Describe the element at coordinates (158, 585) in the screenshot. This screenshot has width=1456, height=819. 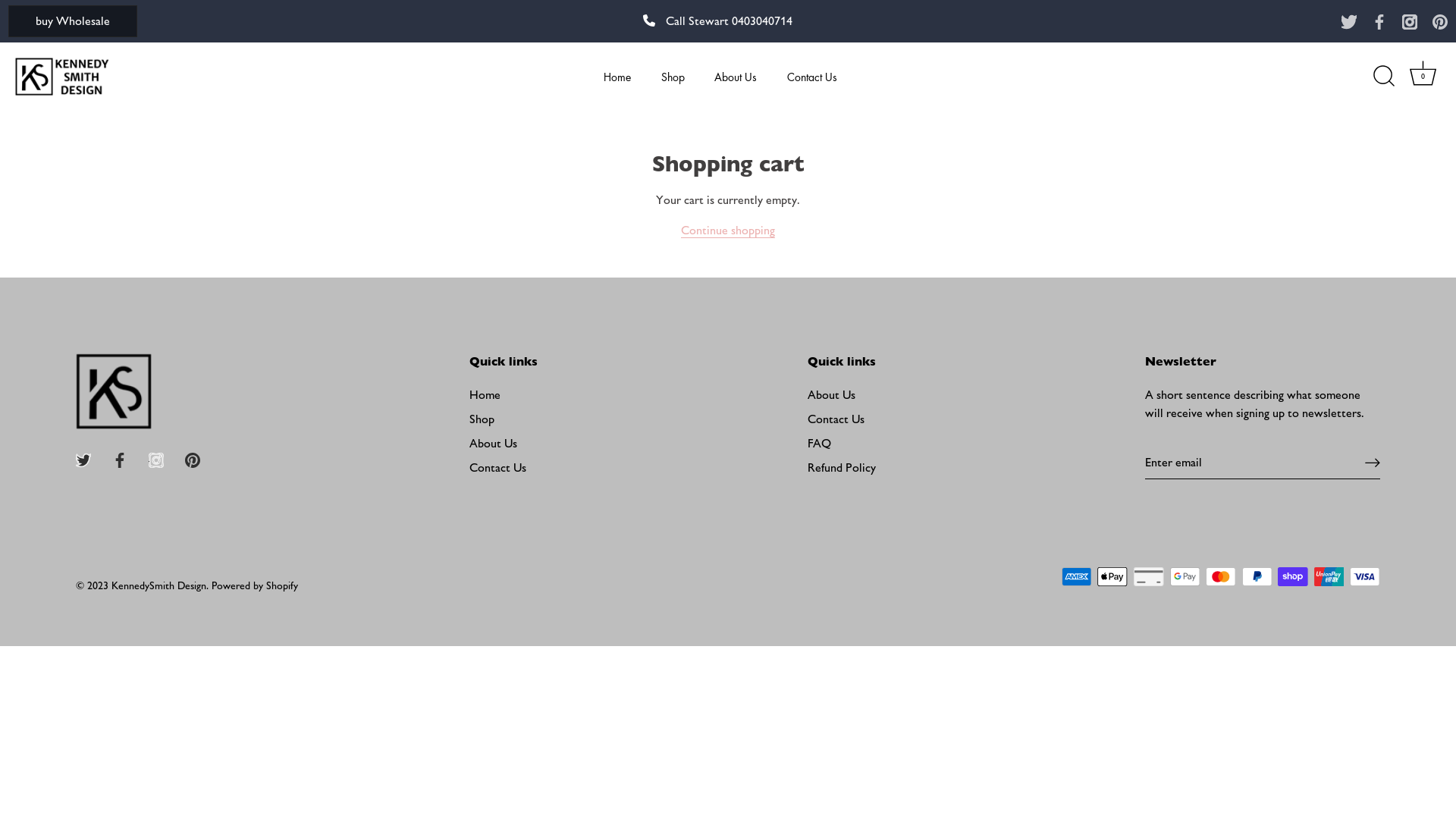
I see `'KennedySmith Design'` at that location.